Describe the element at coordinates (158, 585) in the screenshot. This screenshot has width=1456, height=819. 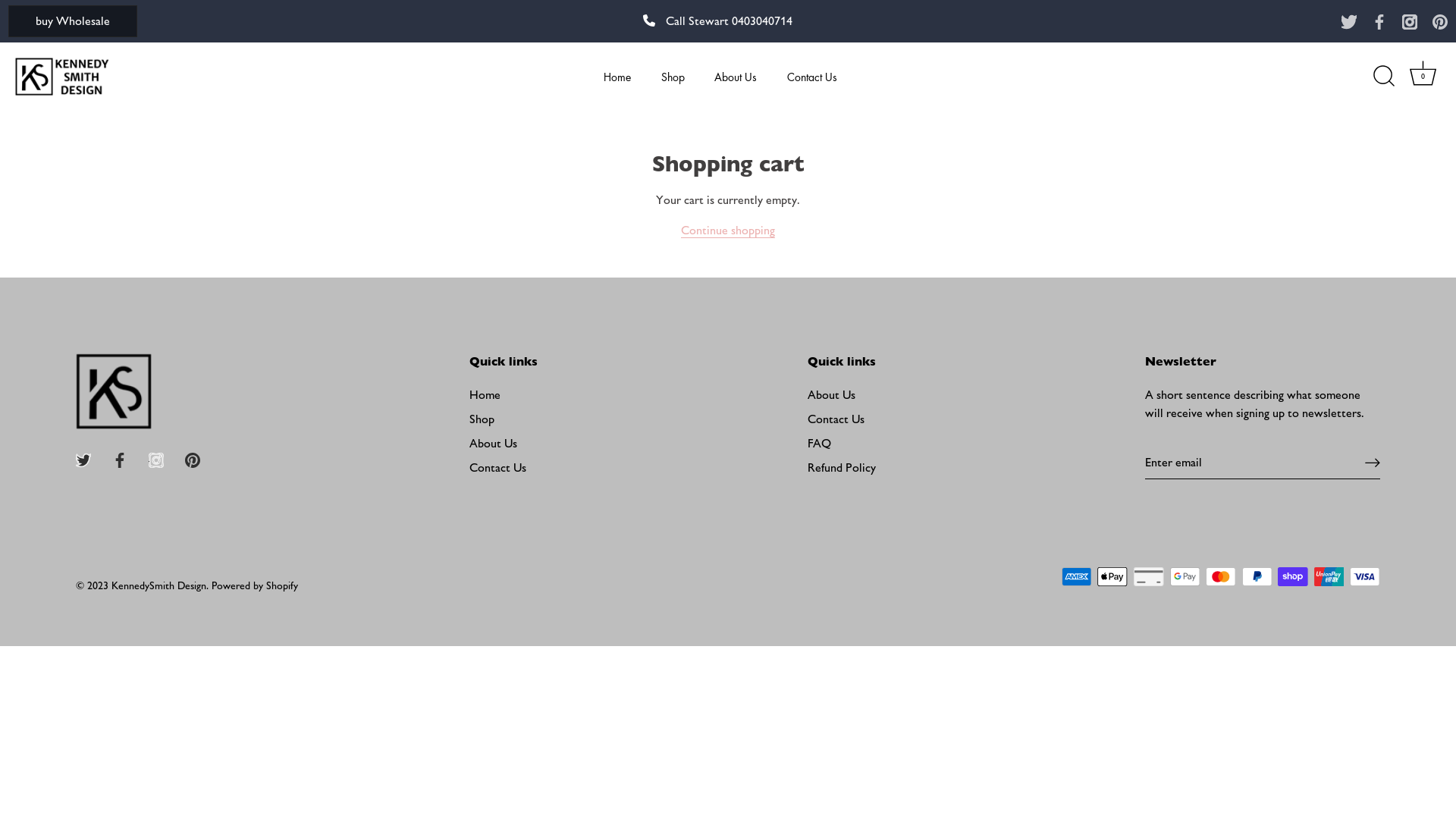
I see `'KennedySmith Design'` at that location.